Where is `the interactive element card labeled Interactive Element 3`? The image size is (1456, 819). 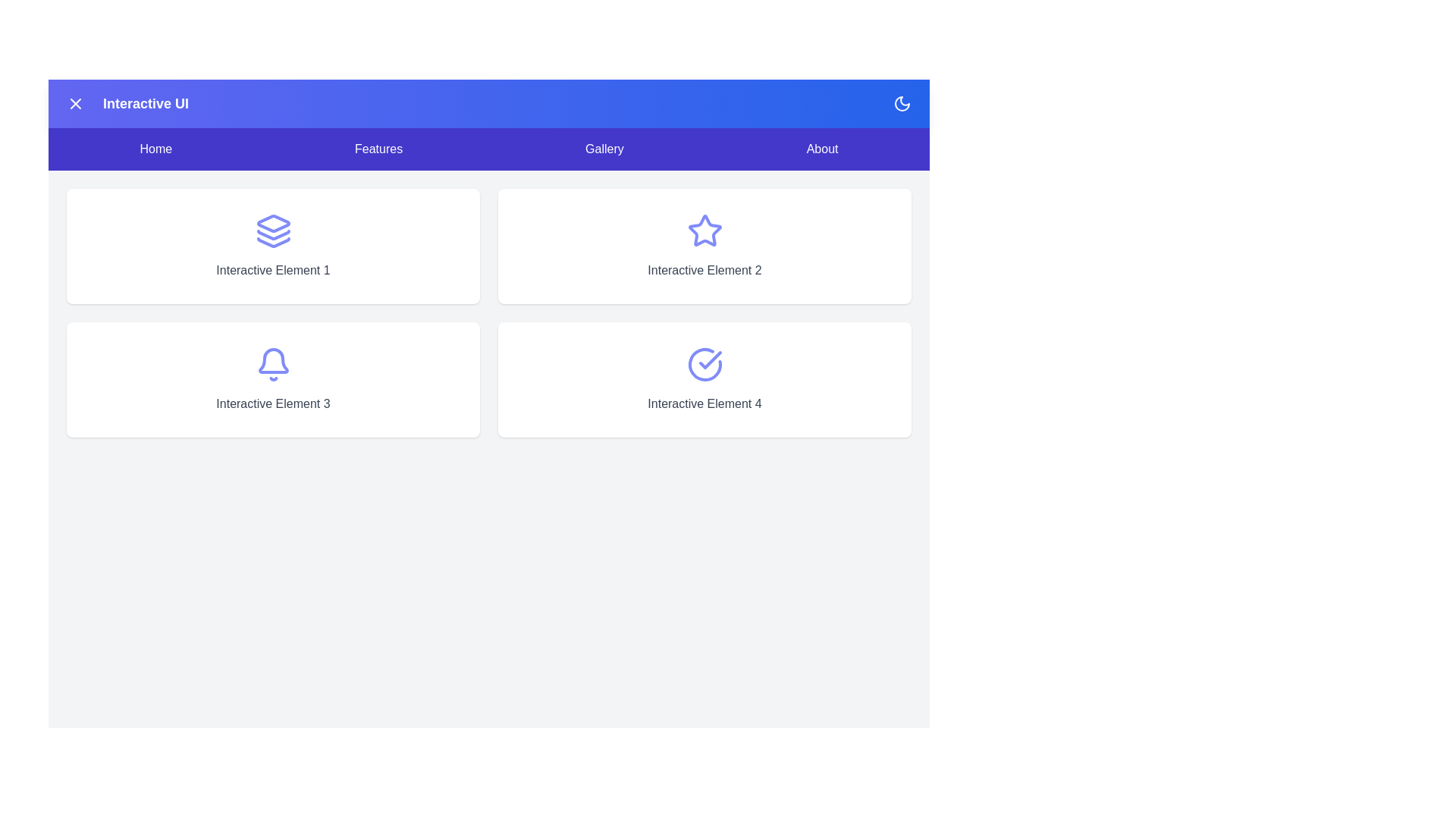 the interactive element card labeled Interactive Element 3 is located at coordinates (273, 379).